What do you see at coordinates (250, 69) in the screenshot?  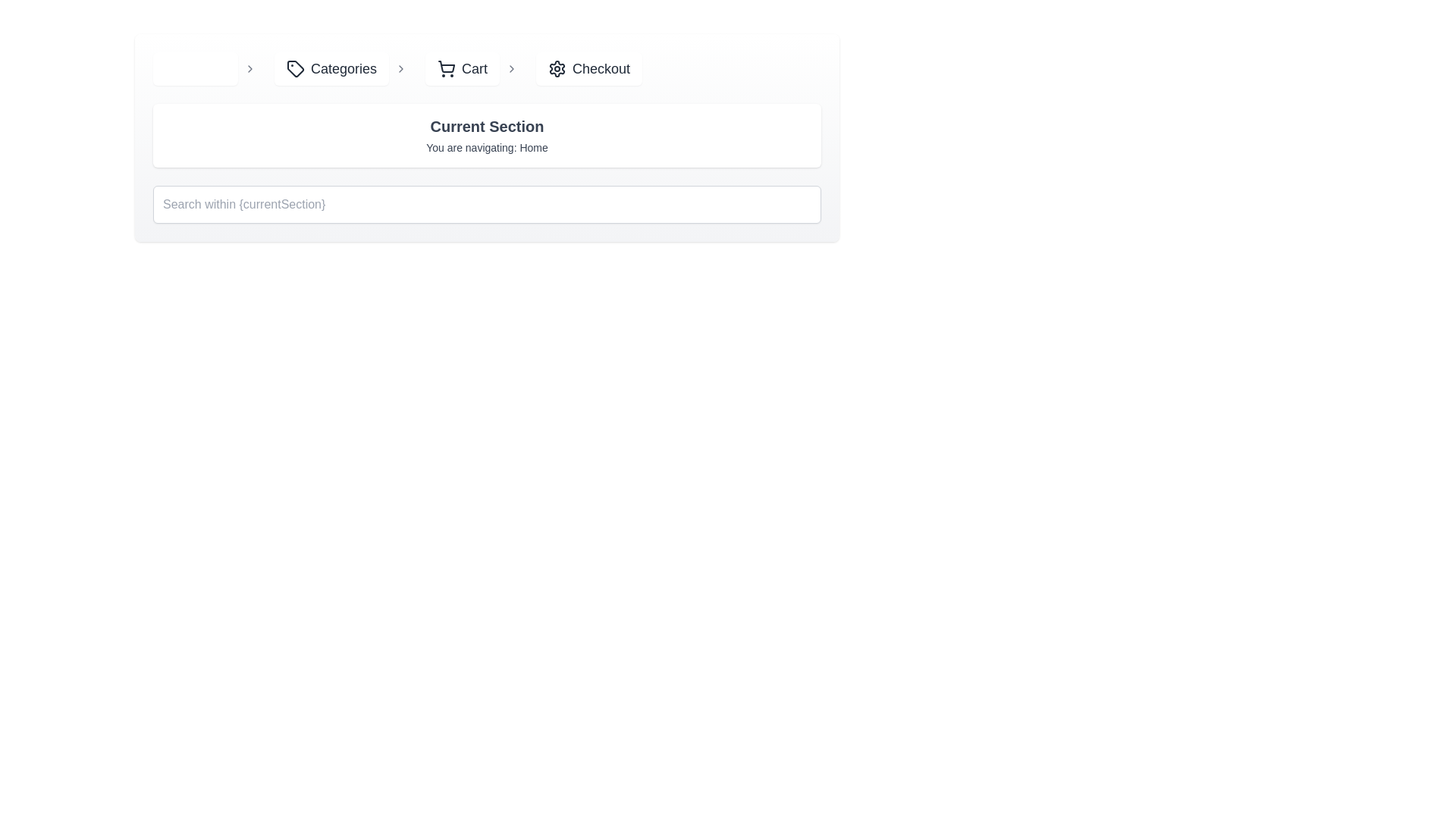 I see `significance of the right-chevron icon, which is dark gray and serves as a navigation indicator located to the right of the 'Home' text in the breadcrumb navigation bar` at bounding box center [250, 69].